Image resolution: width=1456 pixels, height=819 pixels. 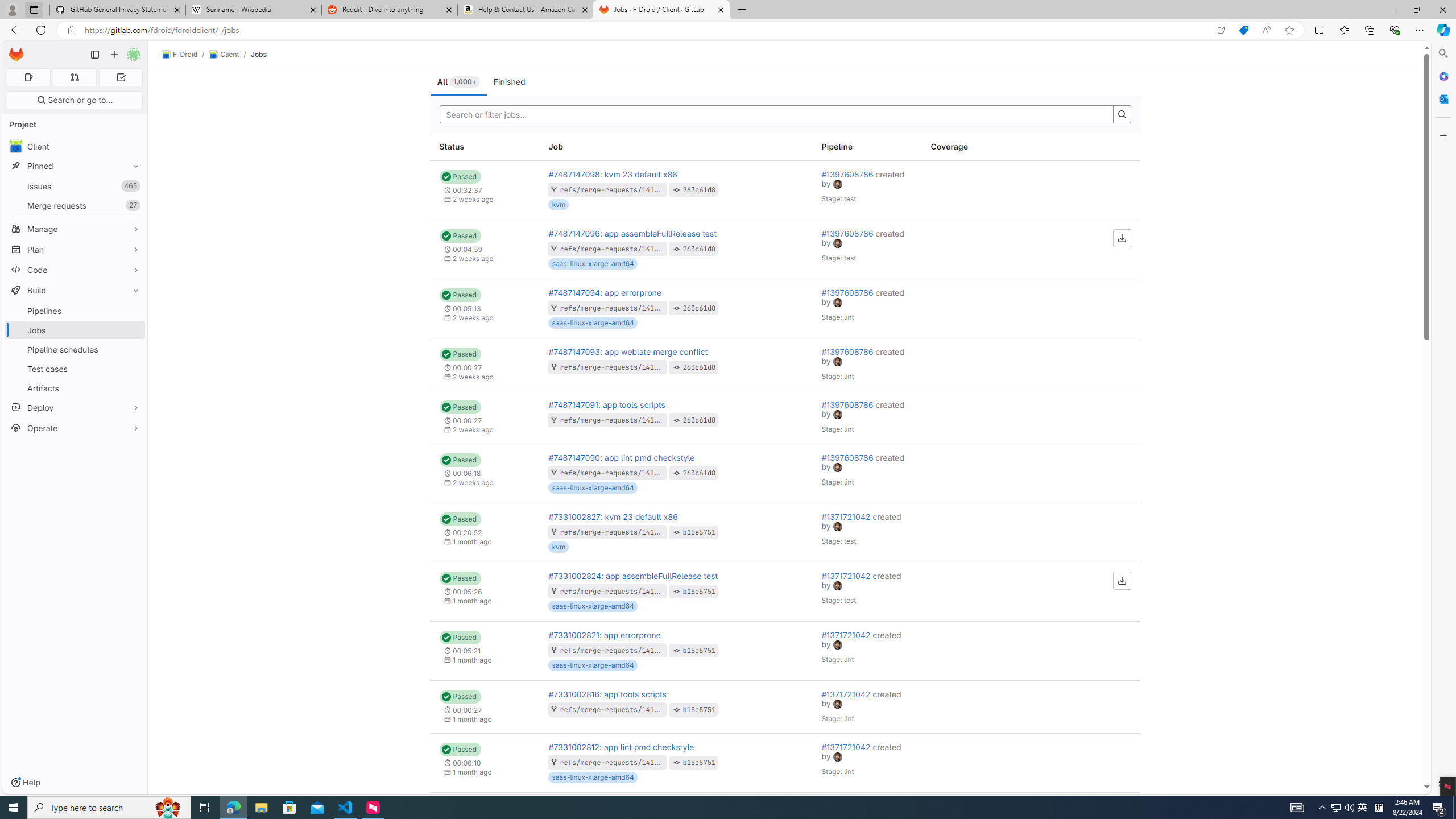 What do you see at coordinates (867, 146) in the screenshot?
I see `'Pipeline'` at bounding box center [867, 146].